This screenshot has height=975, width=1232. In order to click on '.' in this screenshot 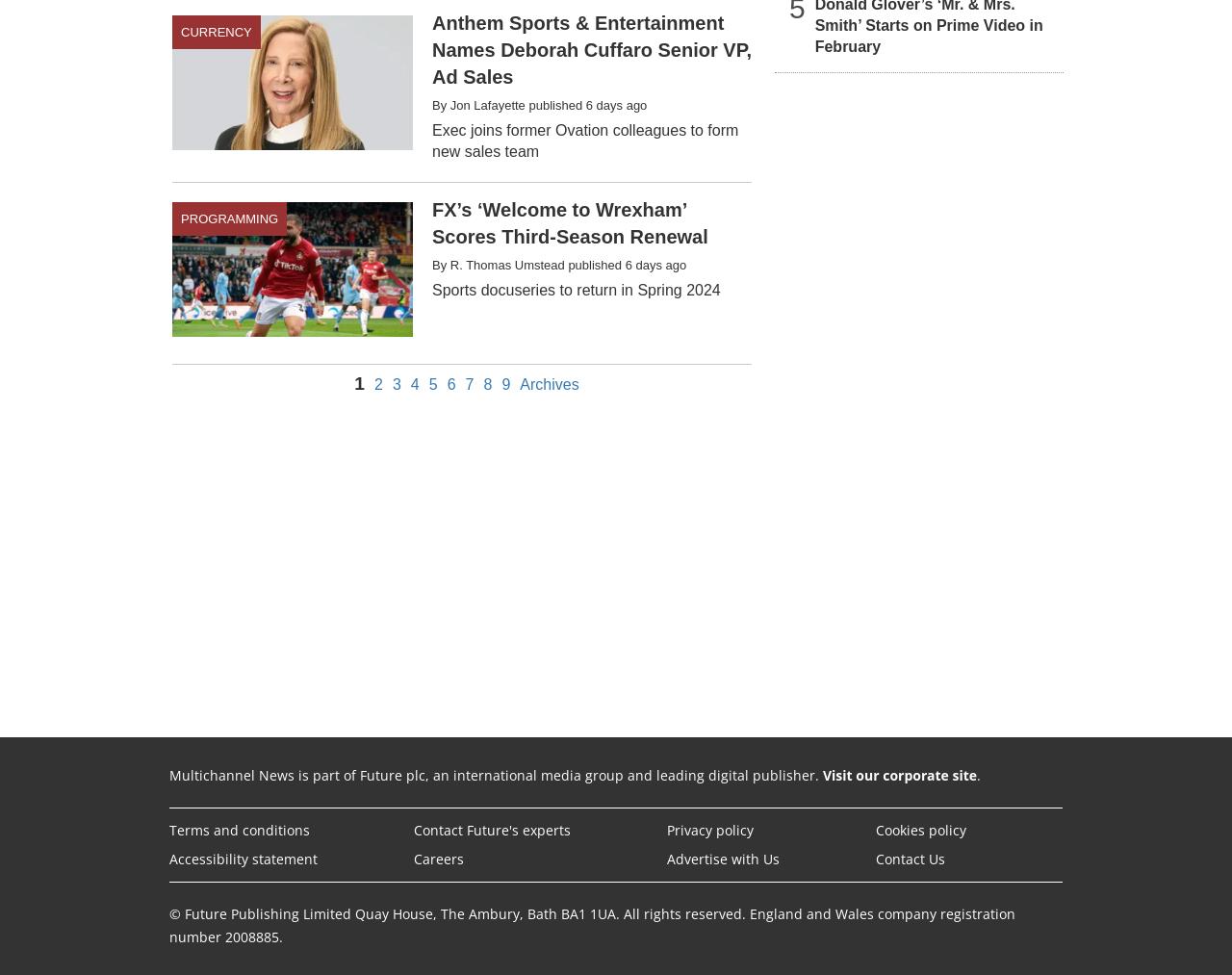, I will do `click(978, 774)`.